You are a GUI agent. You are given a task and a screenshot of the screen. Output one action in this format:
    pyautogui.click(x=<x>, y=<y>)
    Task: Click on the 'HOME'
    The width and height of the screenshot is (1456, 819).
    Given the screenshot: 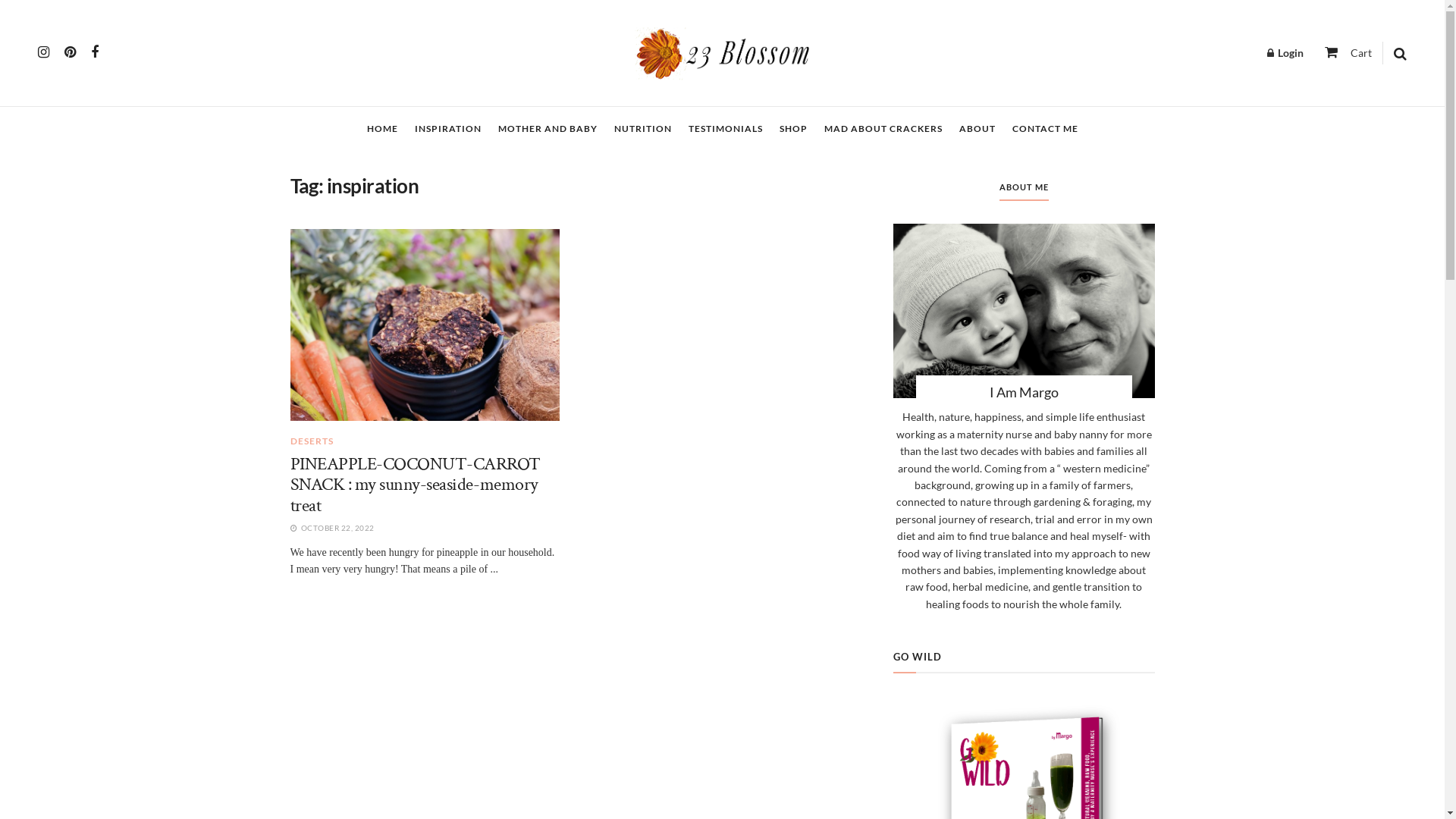 What is the action you would take?
    pyautogui.click(x=382, y=127)
    